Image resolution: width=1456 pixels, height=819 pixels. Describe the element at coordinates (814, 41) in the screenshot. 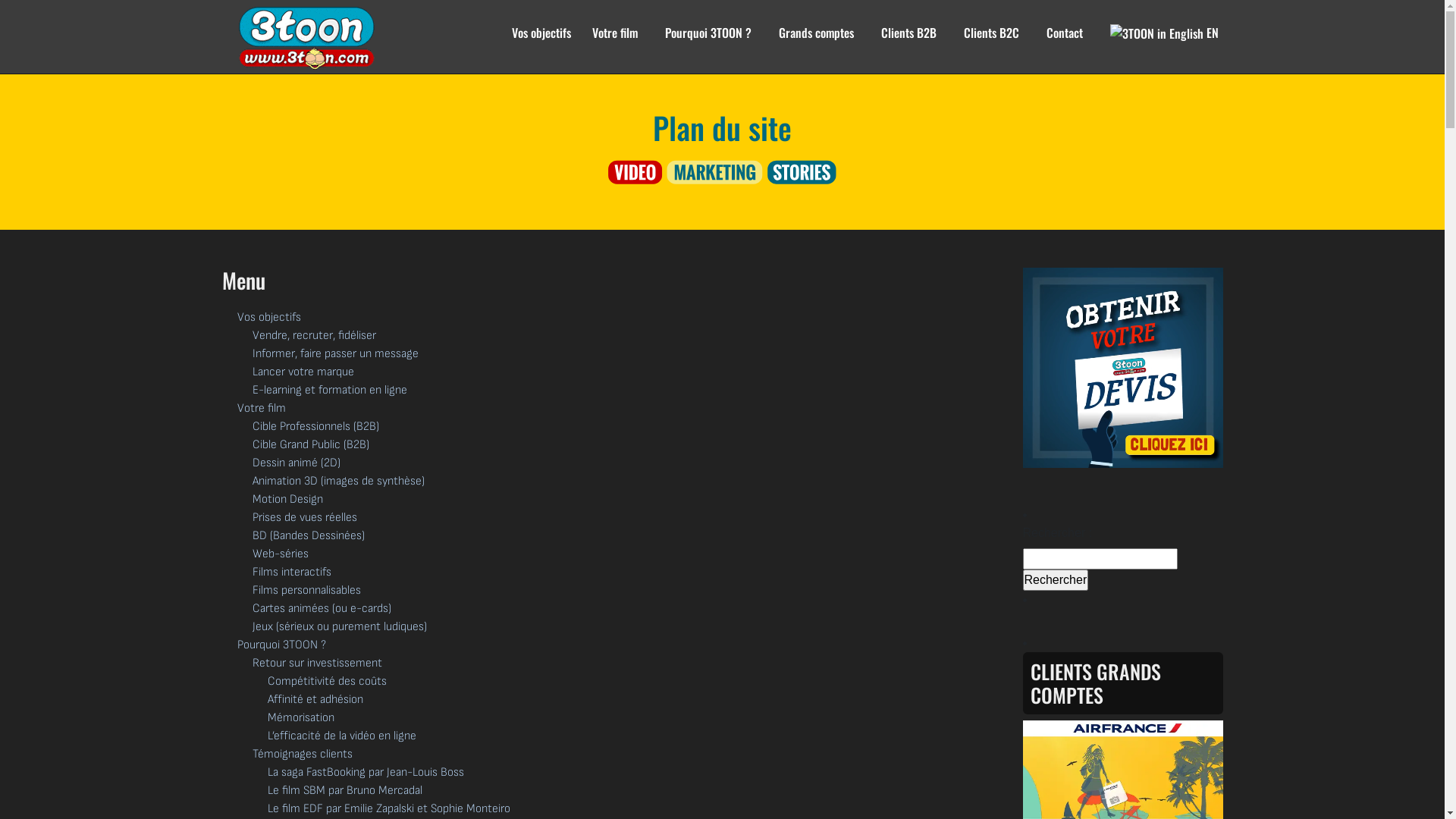

I see `'Grands comptes'` at that location.